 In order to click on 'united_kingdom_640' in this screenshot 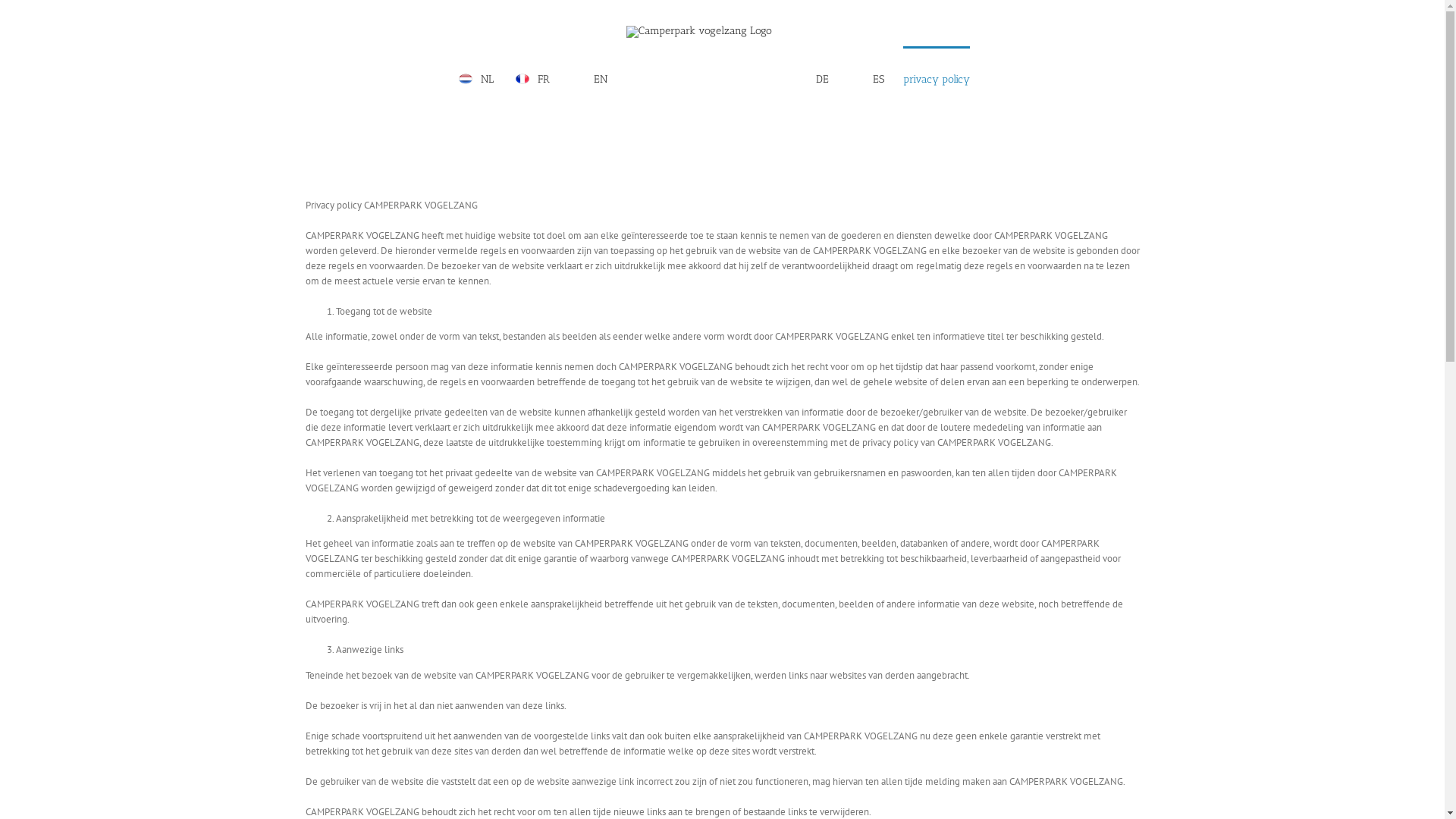, I will do `click(578, 79)`.